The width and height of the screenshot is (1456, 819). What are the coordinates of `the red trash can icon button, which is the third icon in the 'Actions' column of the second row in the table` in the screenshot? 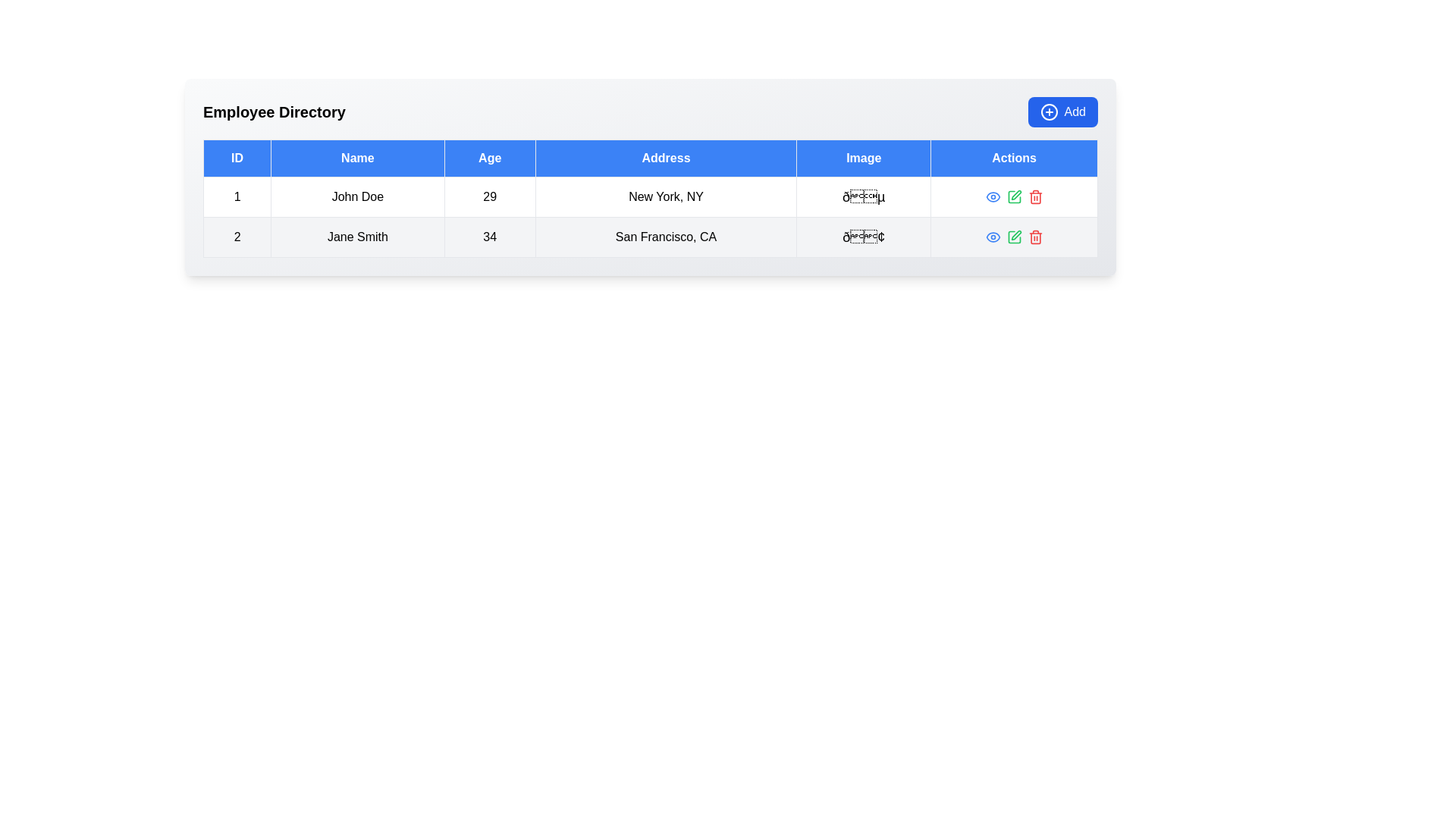 It's located at (1034, 237).